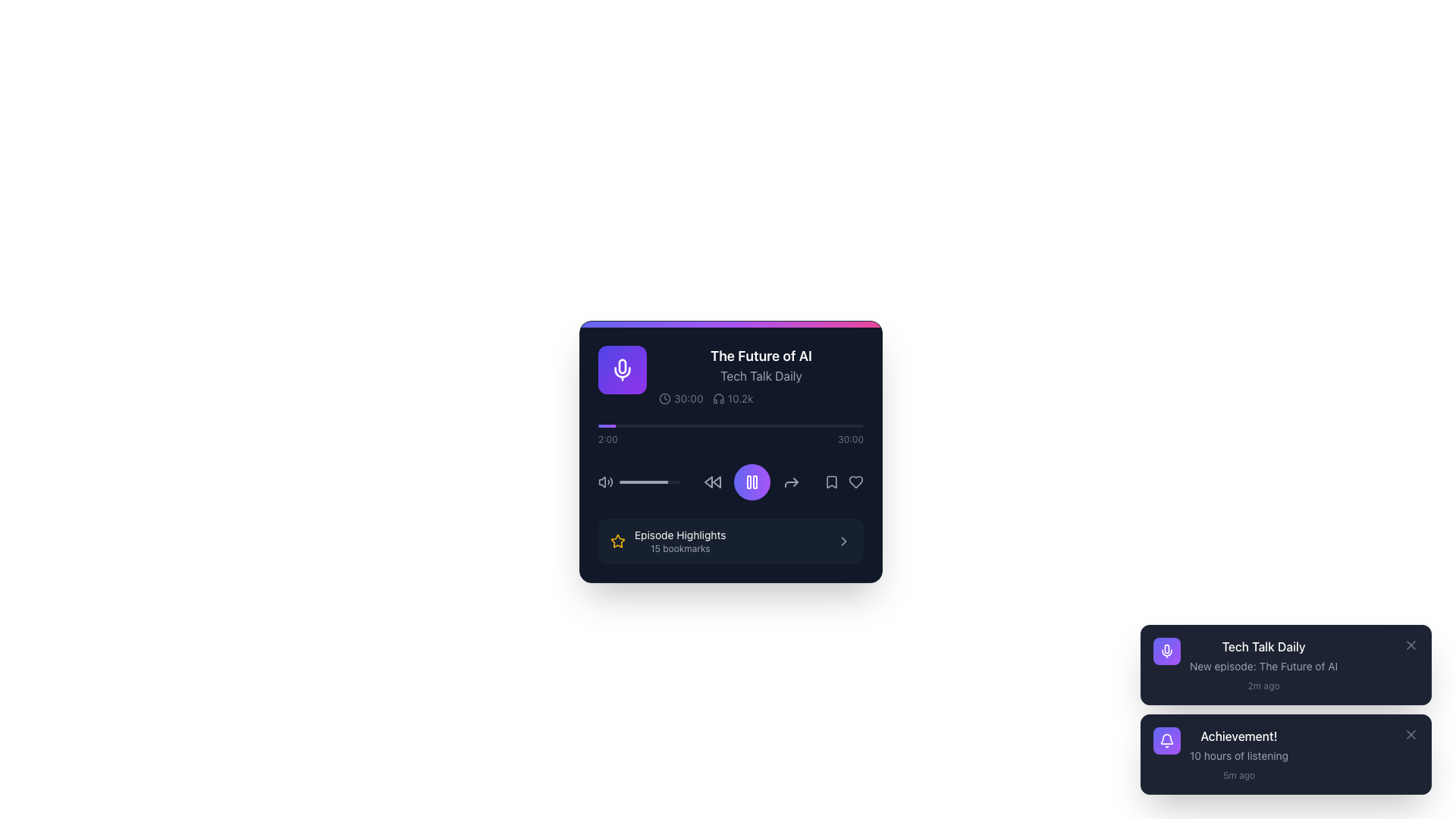  Describe the element at coordinates (731, 426) in the screenshot. I see `the horizontal progress bar with a dark-gray background and gradient-colored portion, located just below the title and above playback control buttons` at that location.